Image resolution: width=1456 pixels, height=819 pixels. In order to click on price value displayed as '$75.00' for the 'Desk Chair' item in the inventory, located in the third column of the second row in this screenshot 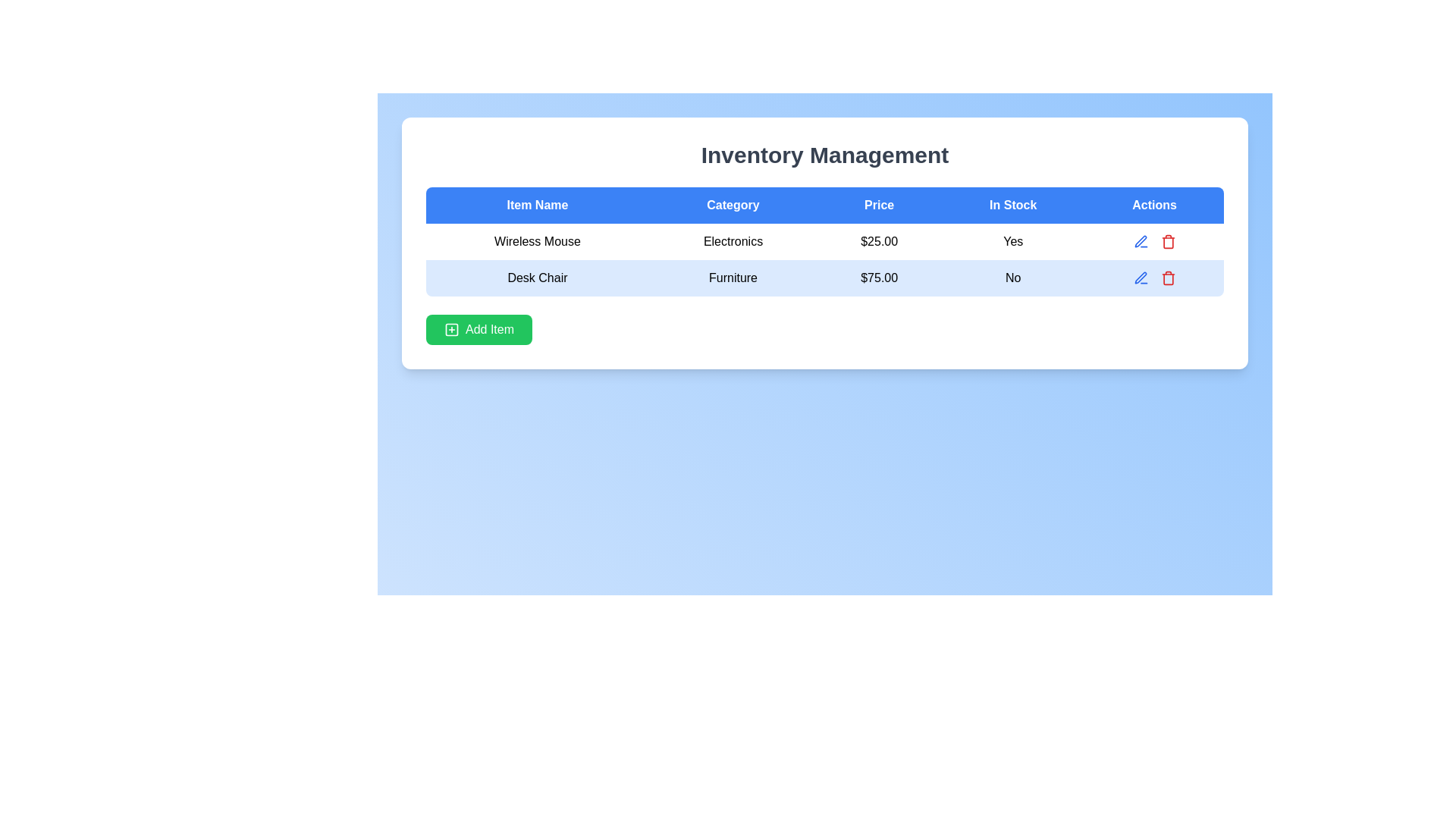, I will do `click(879, 278)`.